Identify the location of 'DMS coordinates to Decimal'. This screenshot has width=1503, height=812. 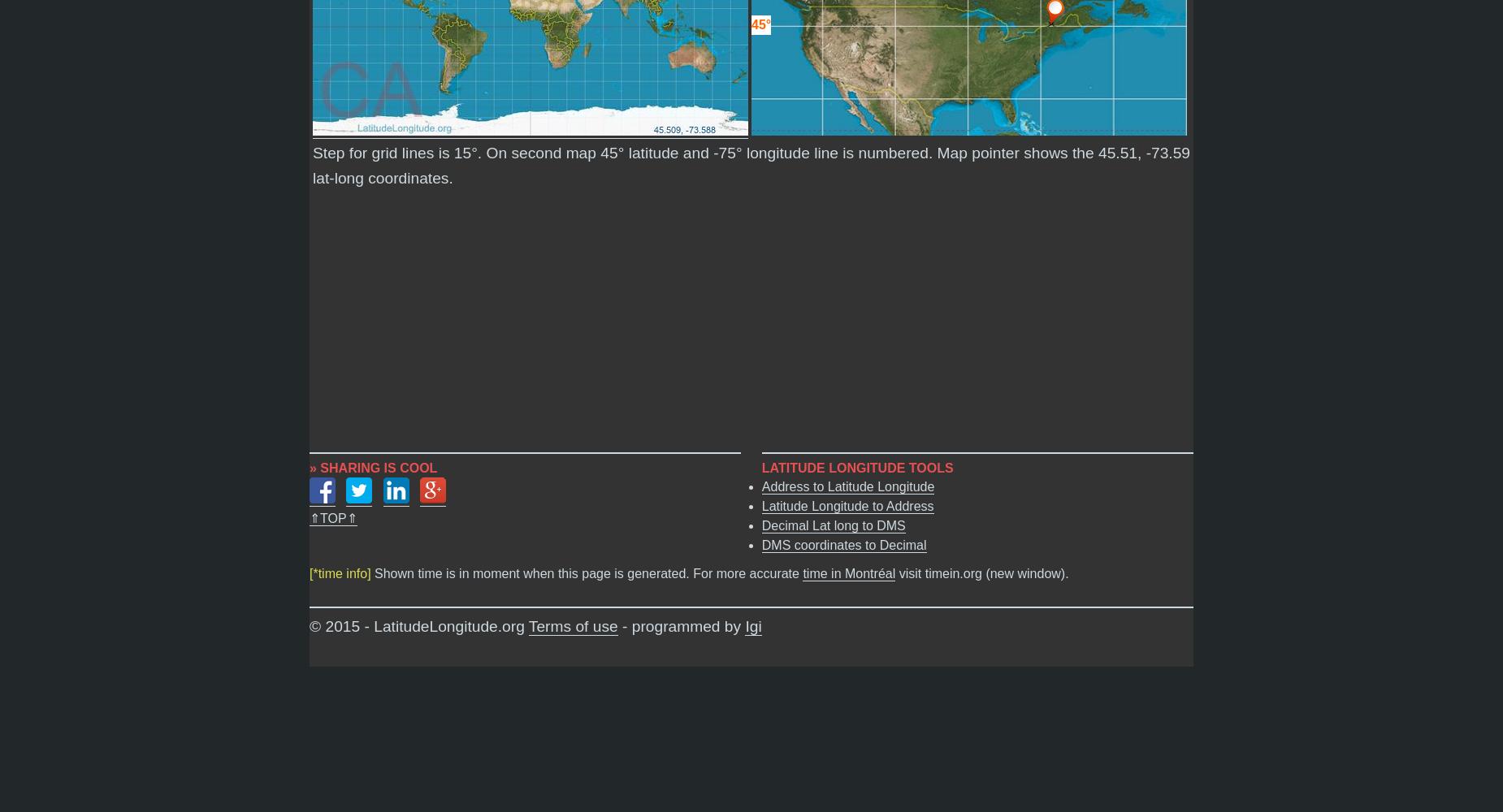
(842, 544).